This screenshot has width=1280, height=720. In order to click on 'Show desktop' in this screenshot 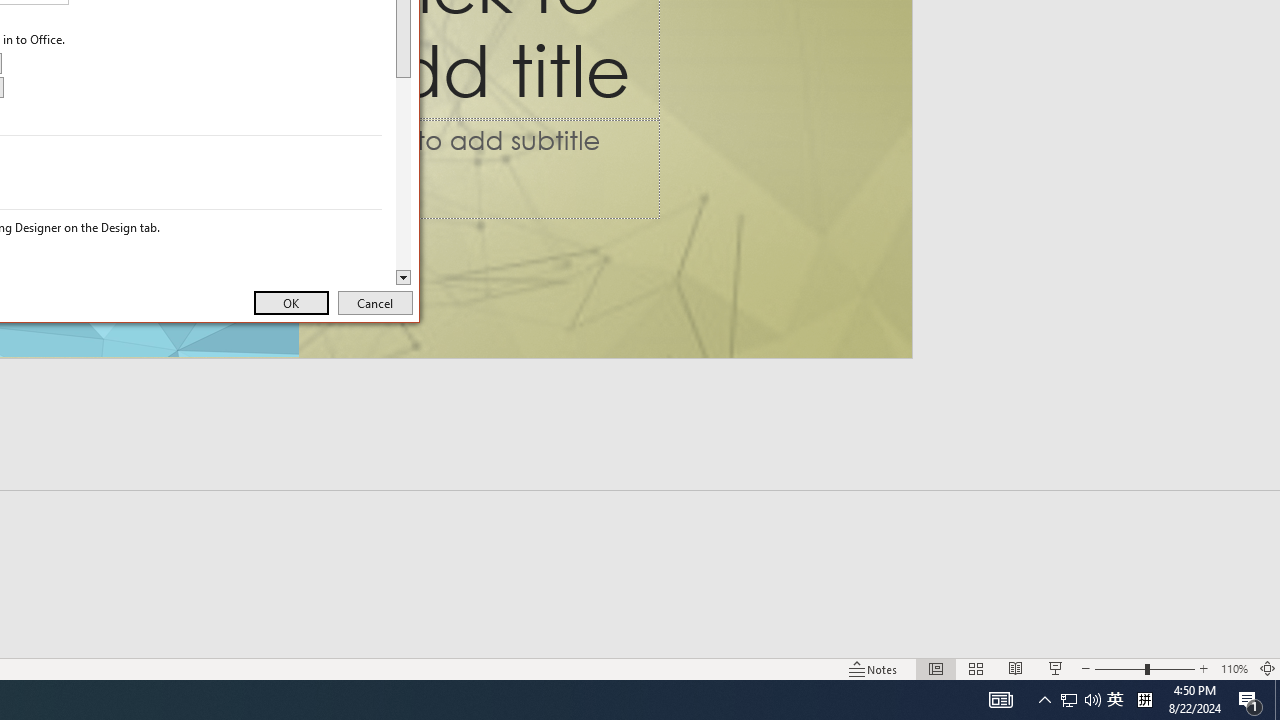, I will do `click(1276, 698)`.